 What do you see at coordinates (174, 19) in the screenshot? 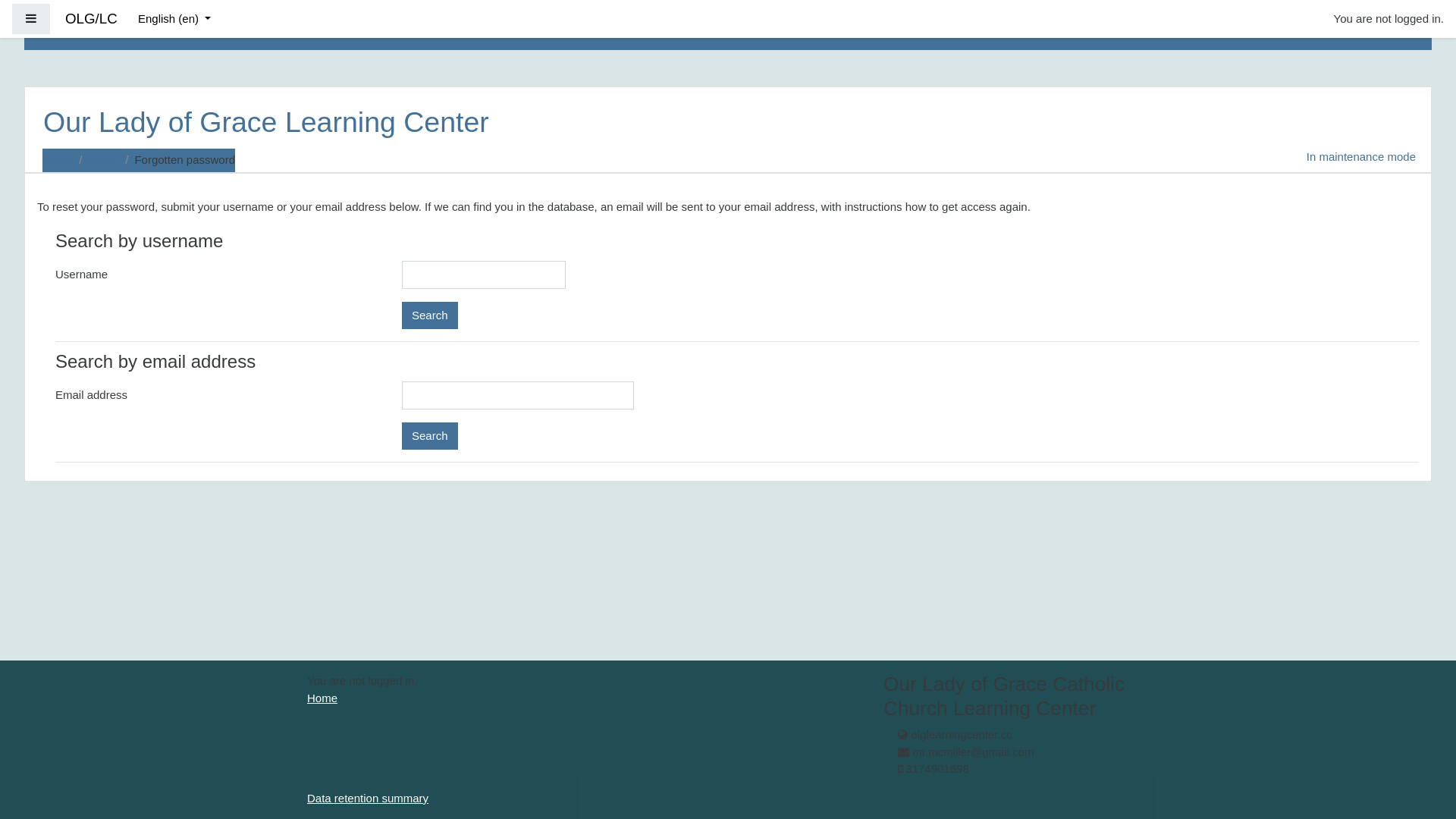
I see `'English (en)'` at bounding box center [174, 19].